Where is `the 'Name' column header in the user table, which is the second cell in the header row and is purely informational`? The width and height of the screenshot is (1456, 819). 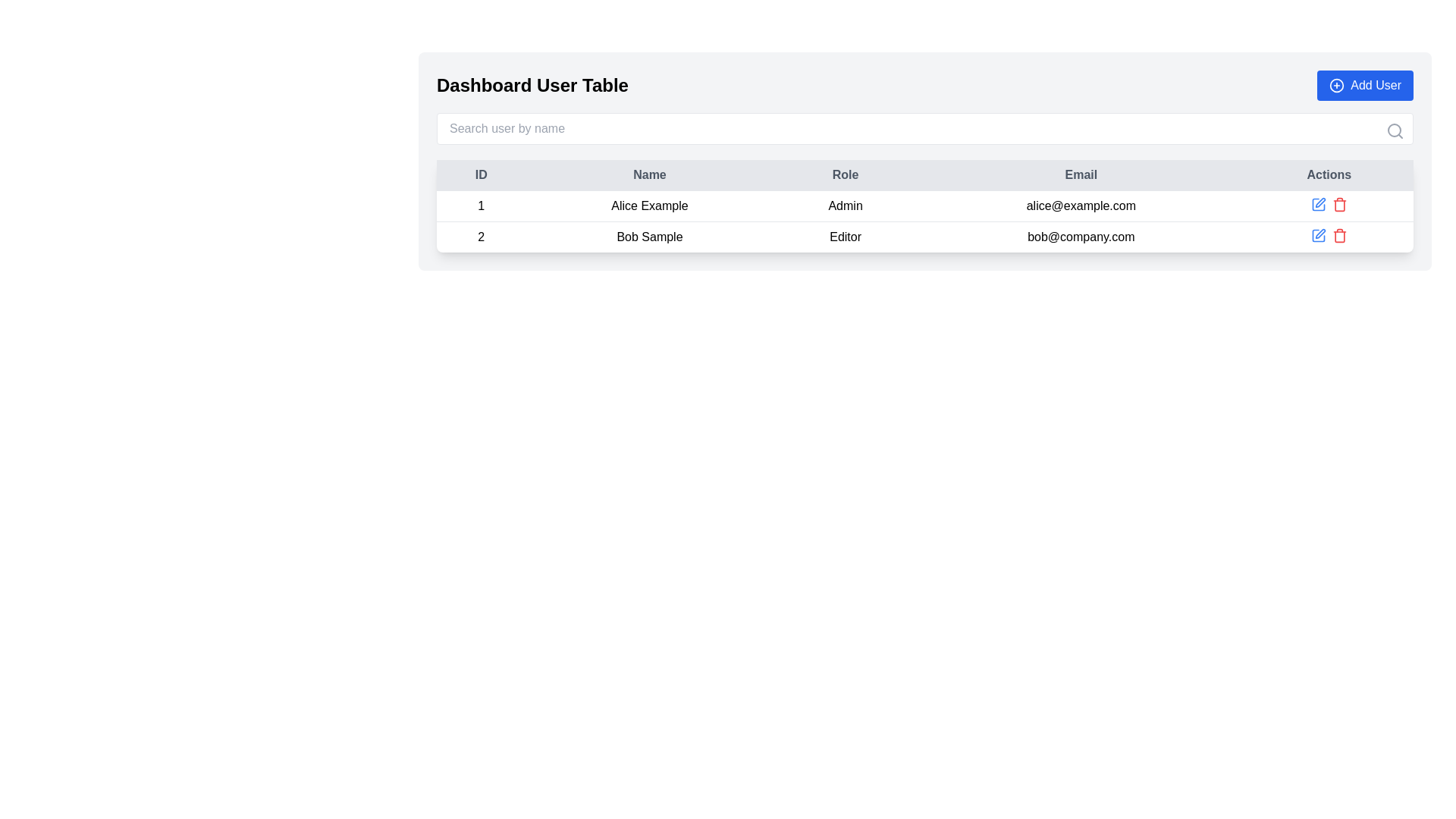 the 'Name' column header in the user table, which is the second cell in the header row and is purely informational is located at coordinates (649, 174).